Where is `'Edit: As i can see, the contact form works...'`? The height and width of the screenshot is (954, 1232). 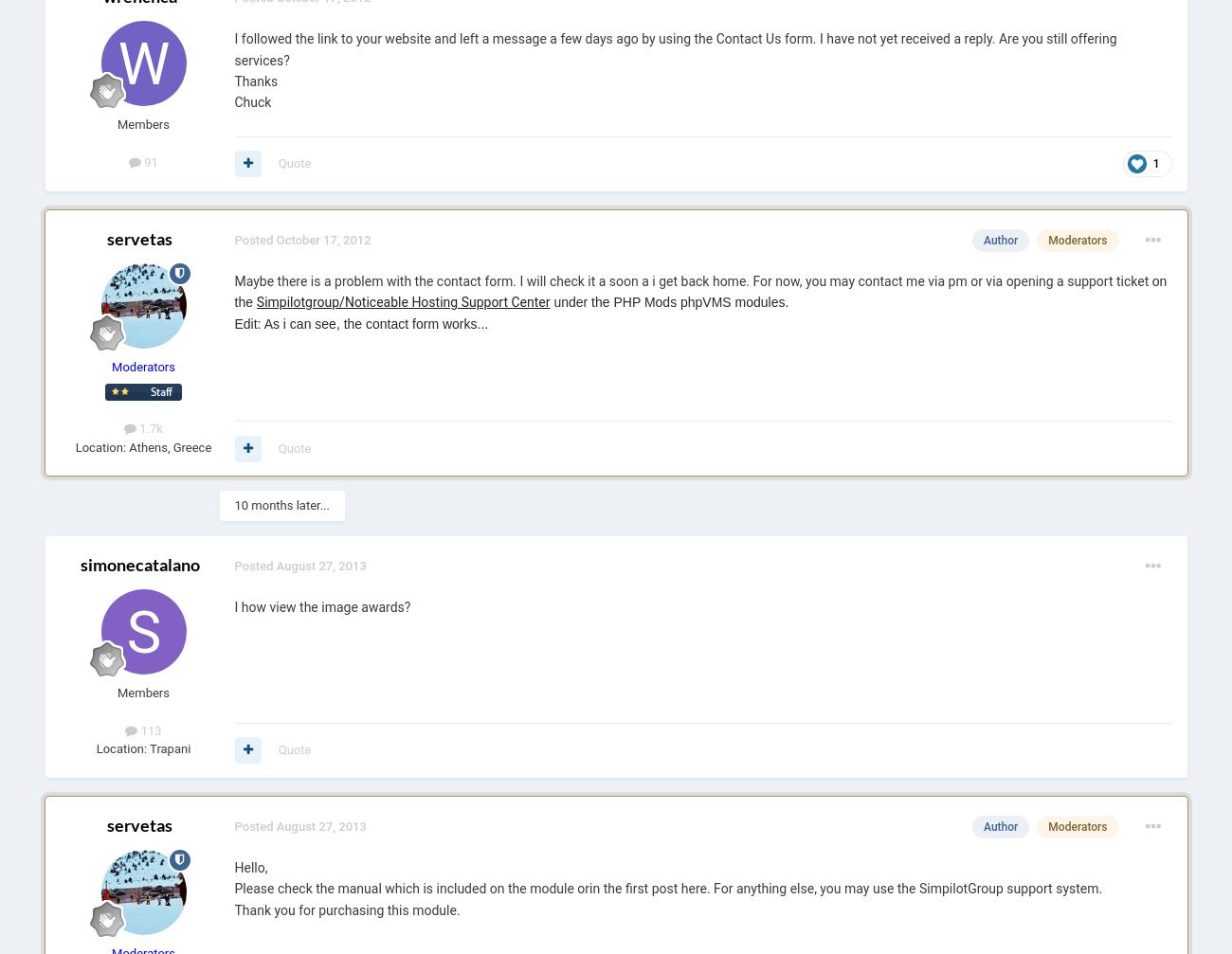
'Edit: As i can see, the contact form works...' is located at coordinates (361, 322).